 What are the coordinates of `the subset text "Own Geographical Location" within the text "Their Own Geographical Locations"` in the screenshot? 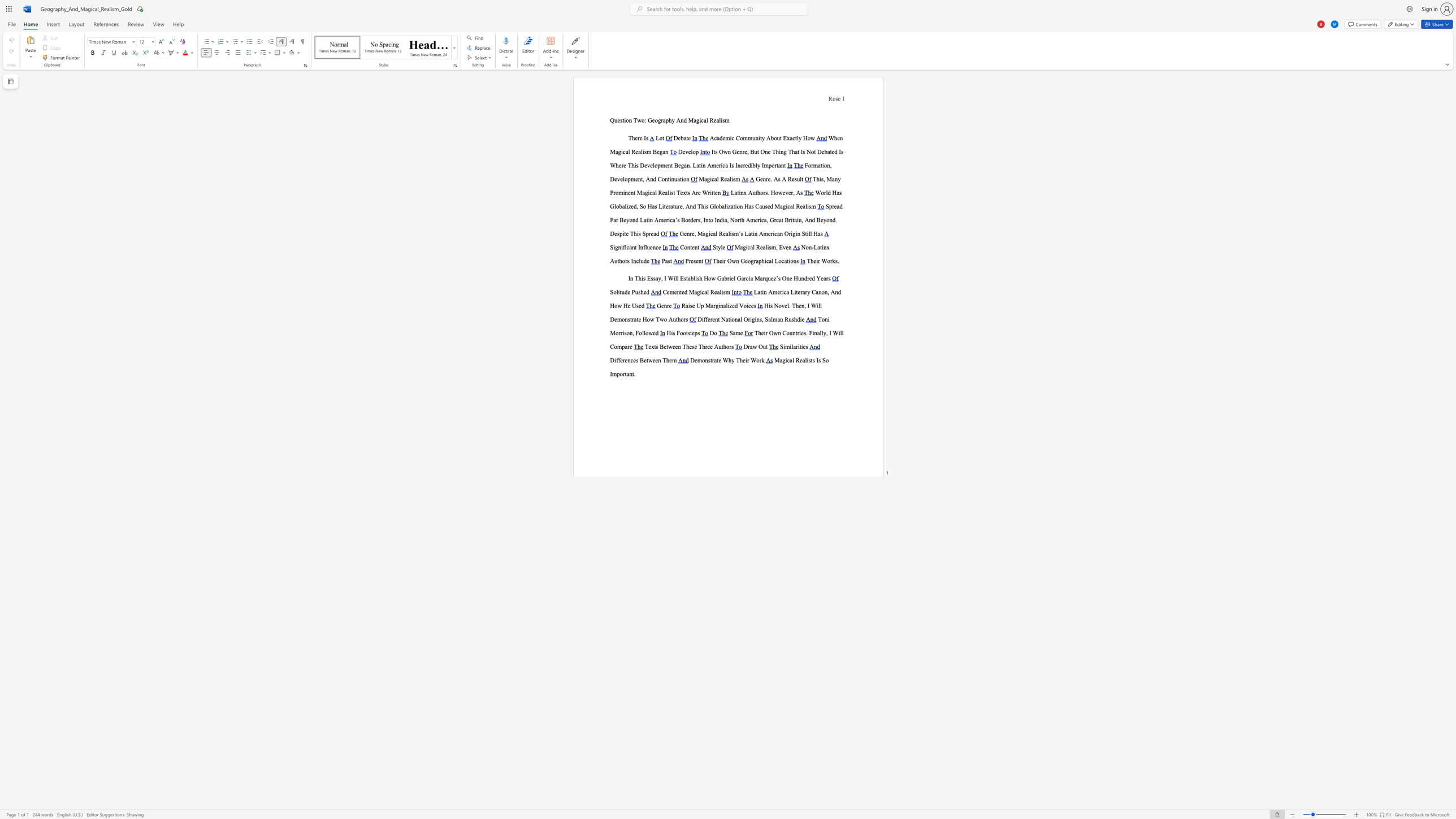 It's located at (726, 260).